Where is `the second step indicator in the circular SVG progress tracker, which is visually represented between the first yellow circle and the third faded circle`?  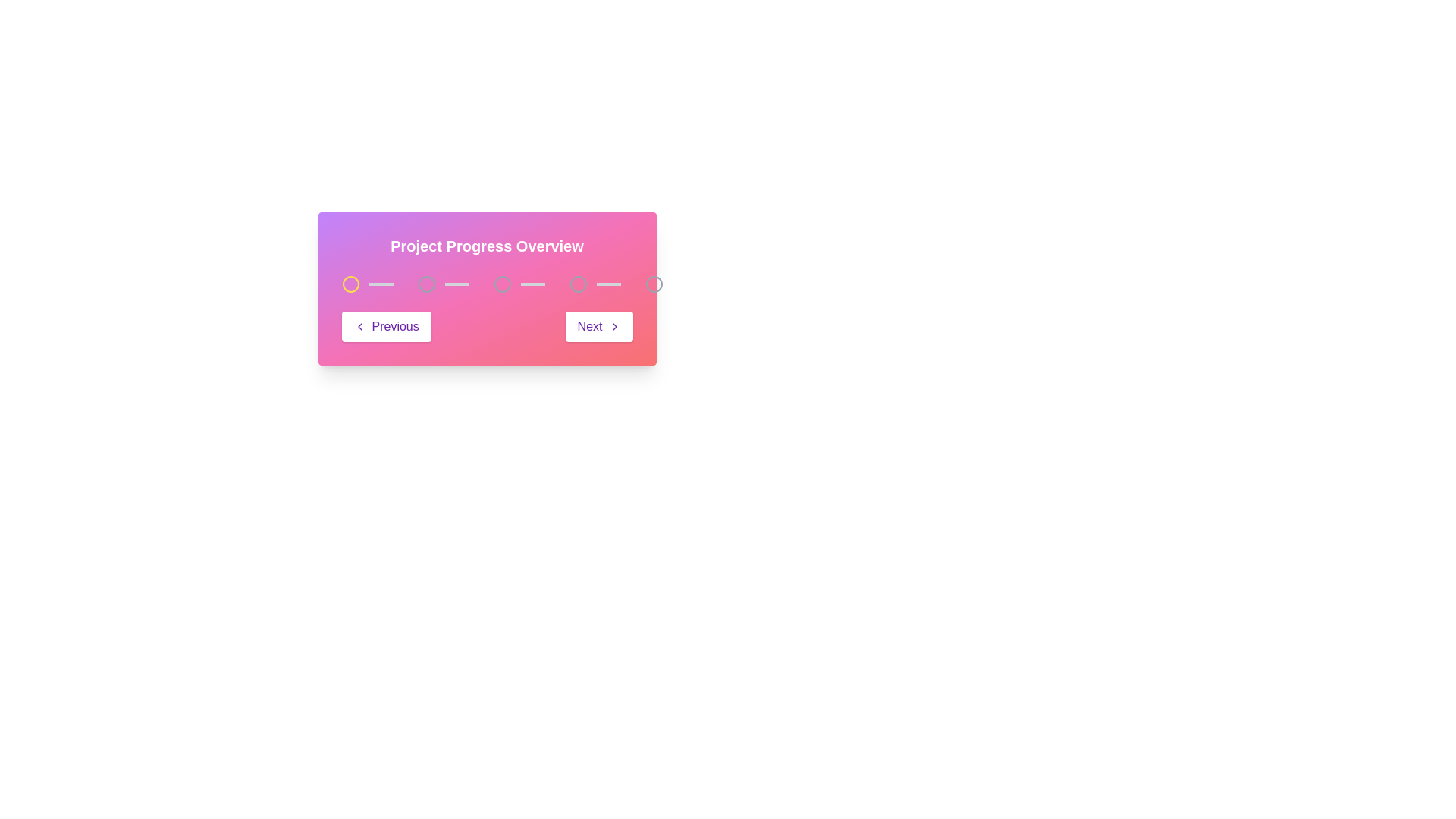
the second step indicator in the circular SVG progress tracker, which is visually represented between the first yellow circle and the third faded circle is located at coordinates (425, 284).